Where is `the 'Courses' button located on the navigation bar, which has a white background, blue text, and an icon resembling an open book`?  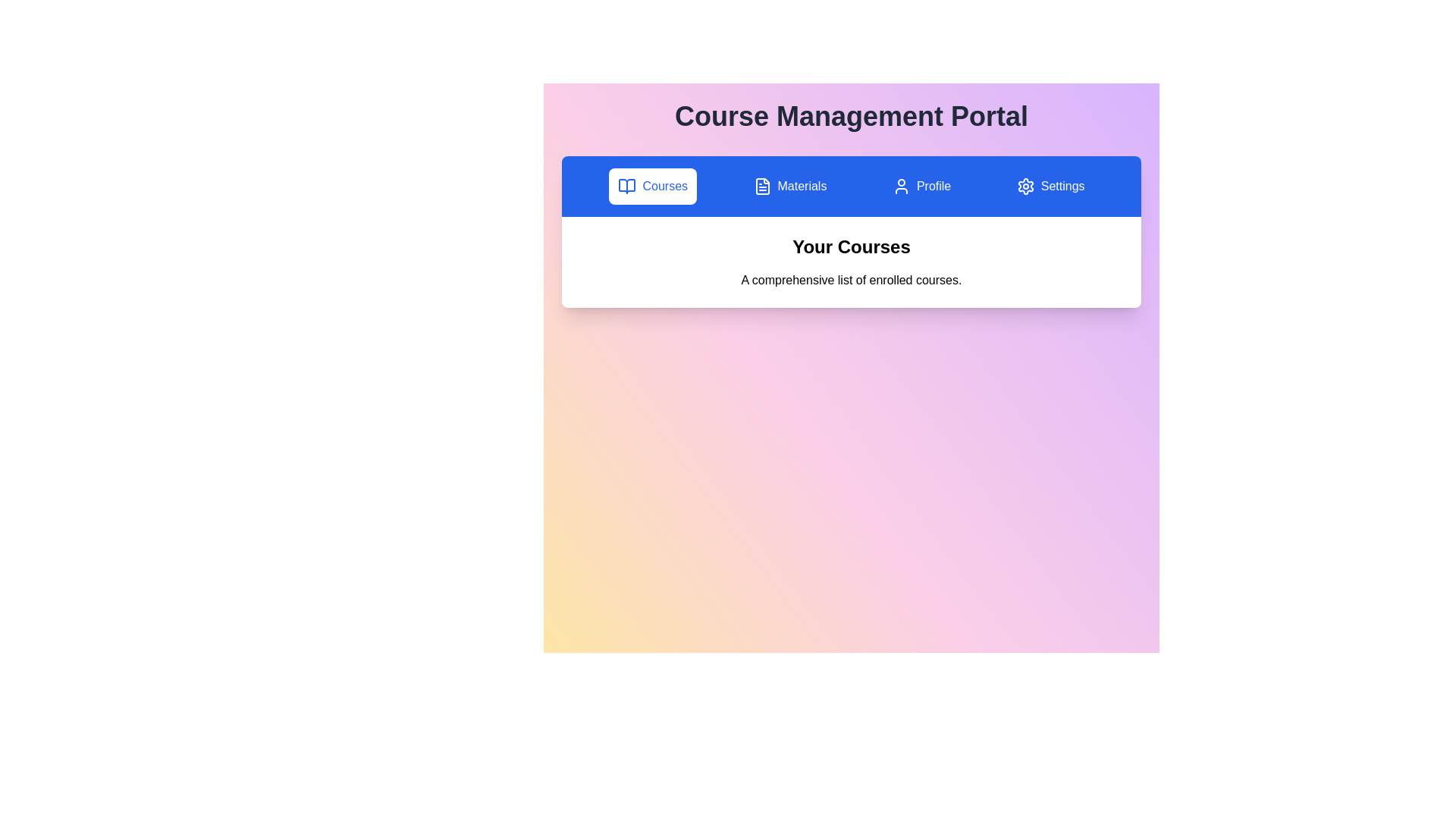
the 'Courses' button located on the navigation bar, which has a white background, blue text, and an icon resembling an open book is located at coordinates (653, 186).